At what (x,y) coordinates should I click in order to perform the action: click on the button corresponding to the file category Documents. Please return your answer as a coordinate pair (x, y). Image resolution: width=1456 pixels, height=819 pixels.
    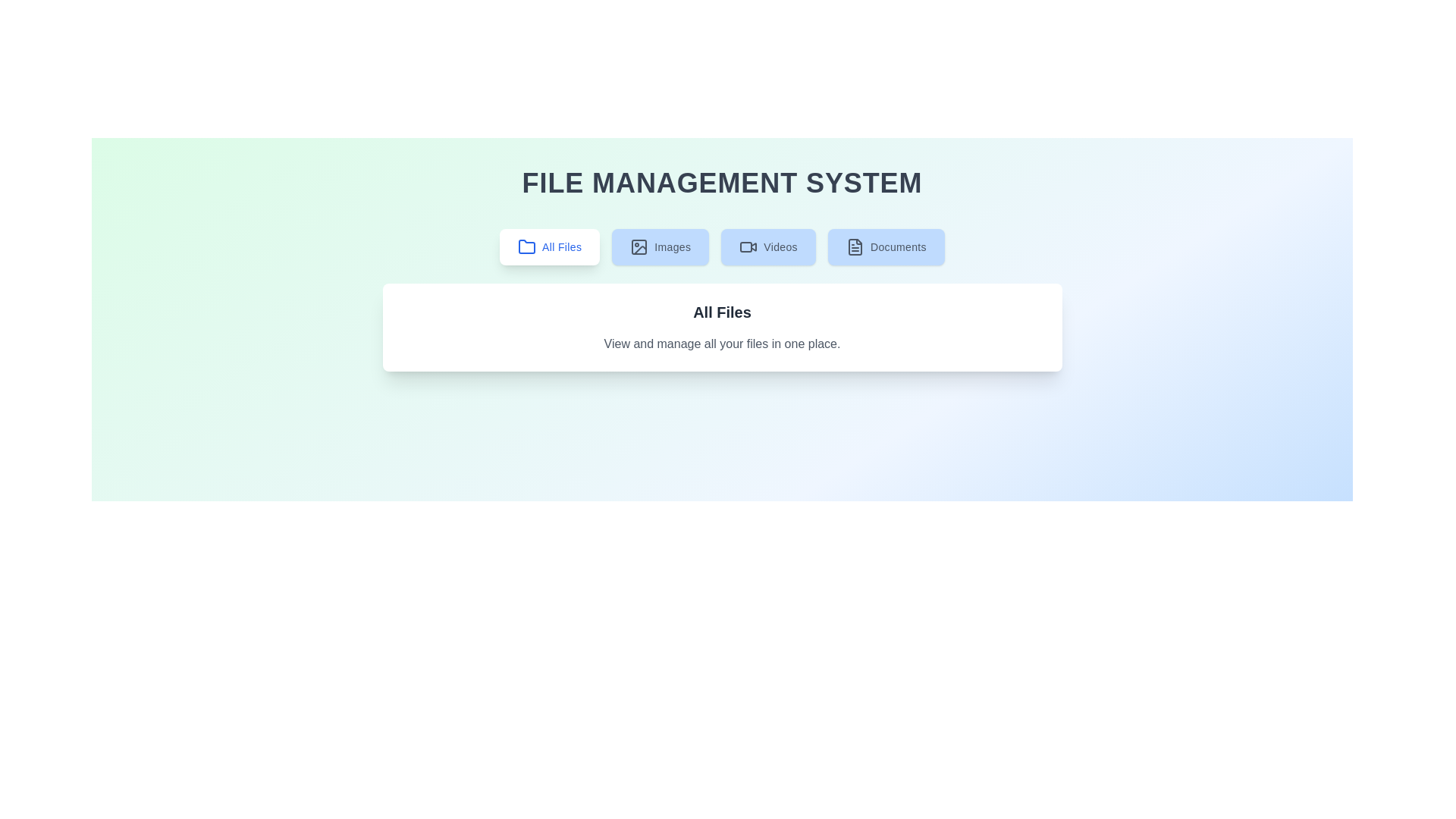
    Looking at the image, I should click on (886, 246).